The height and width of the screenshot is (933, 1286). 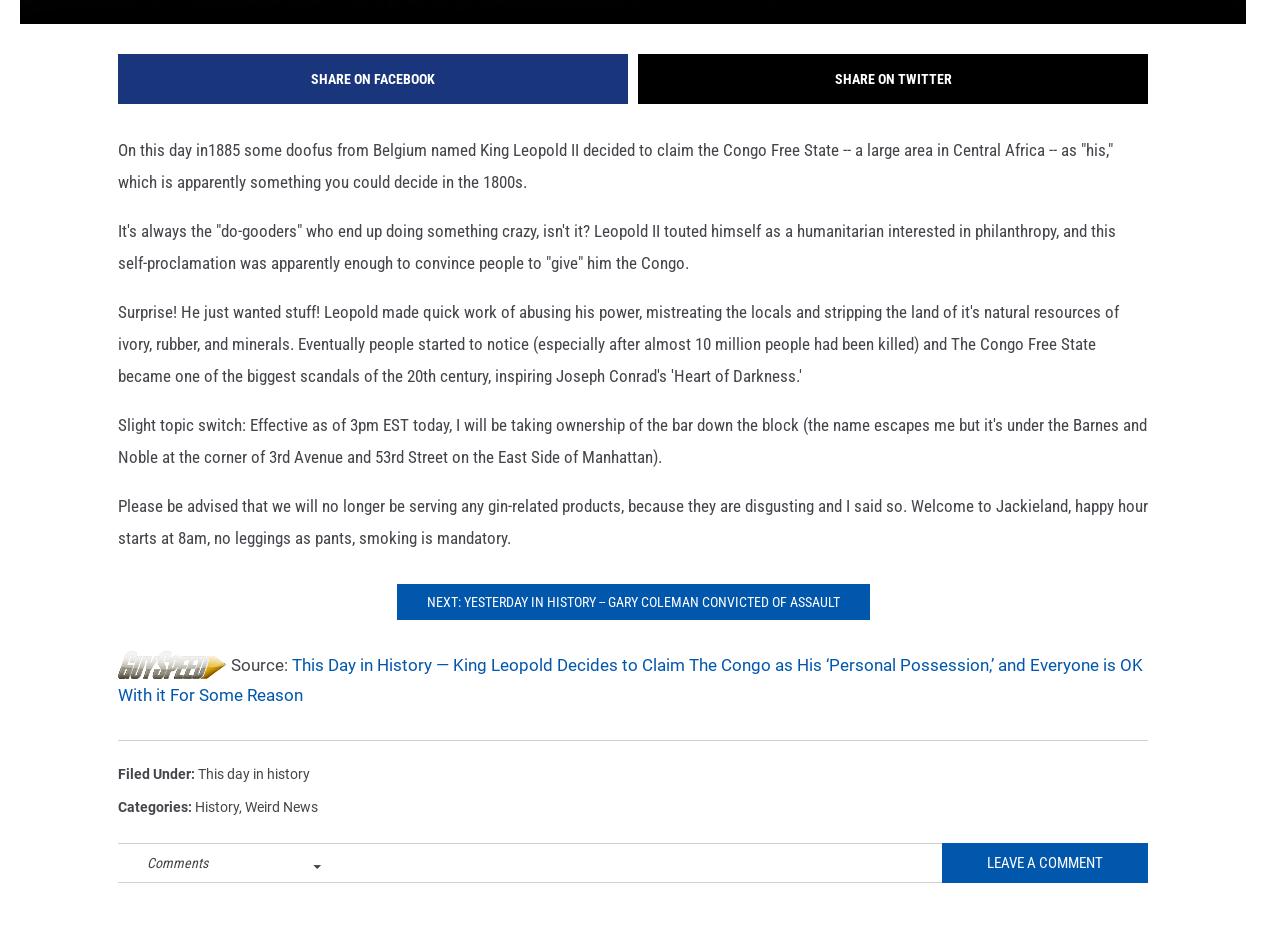 What do you see at coordinates (892, 110) in the screenshot?
I see `'Share on Twitter'` at bounding box center [892, 110].